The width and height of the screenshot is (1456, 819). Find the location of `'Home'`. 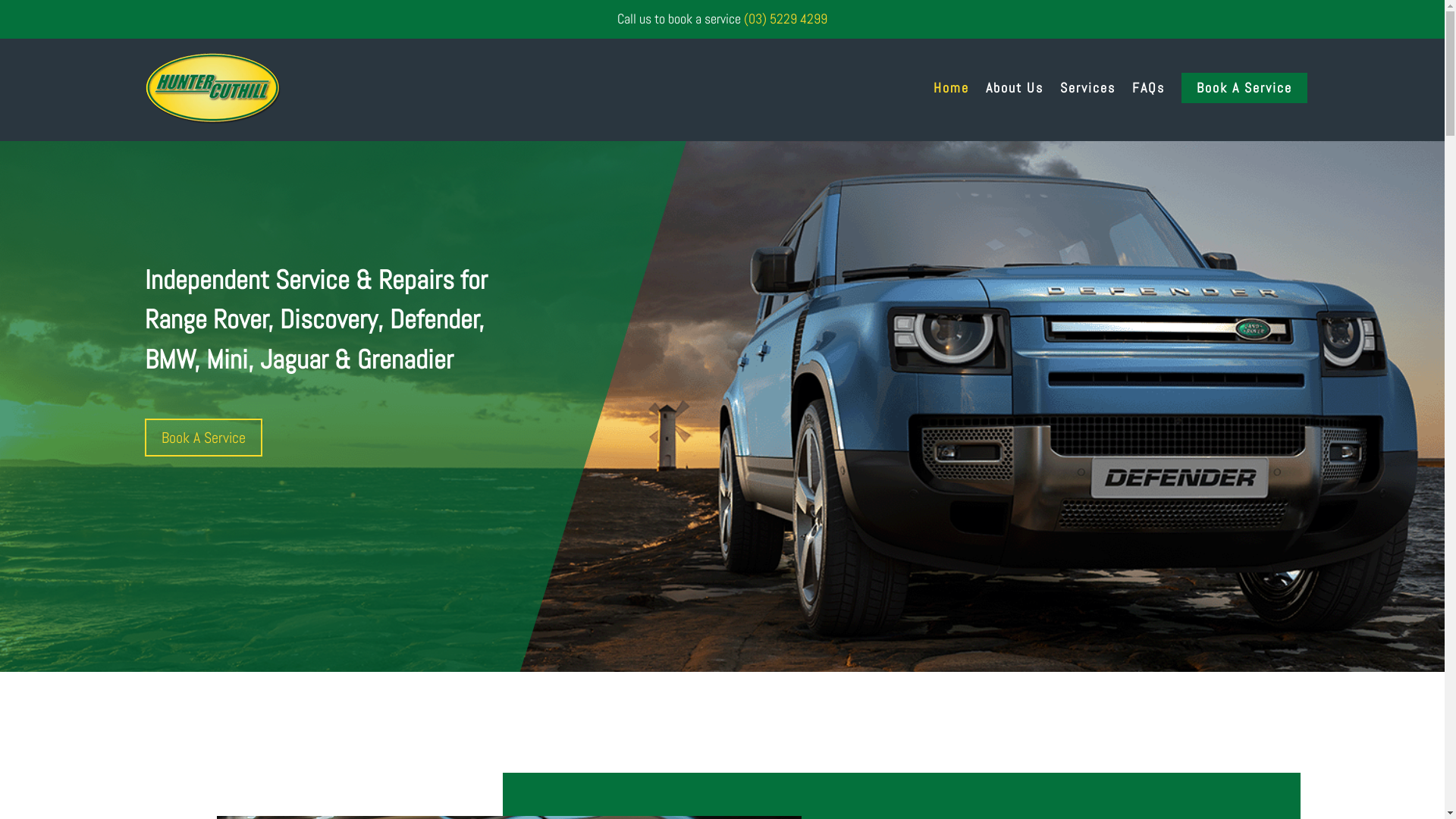

'Home' is located at coordinates (932, 87).